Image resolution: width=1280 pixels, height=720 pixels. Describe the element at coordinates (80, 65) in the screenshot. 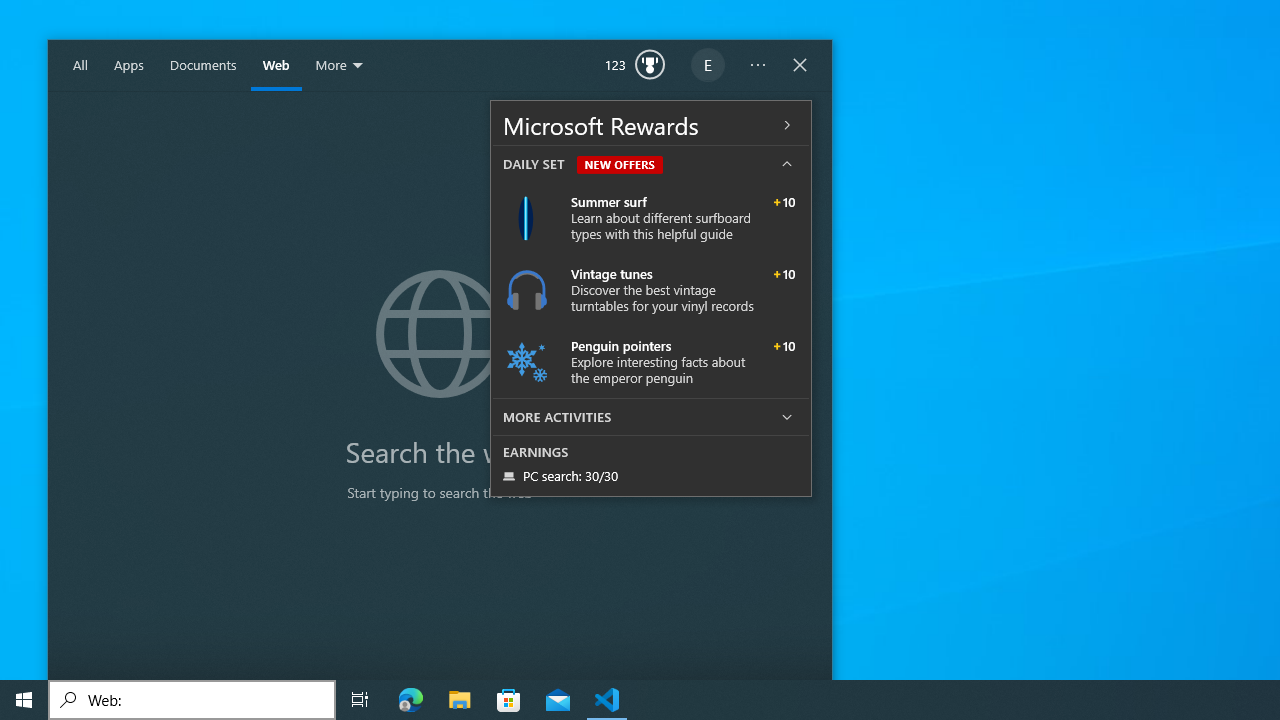

I see `'All'` at that location.